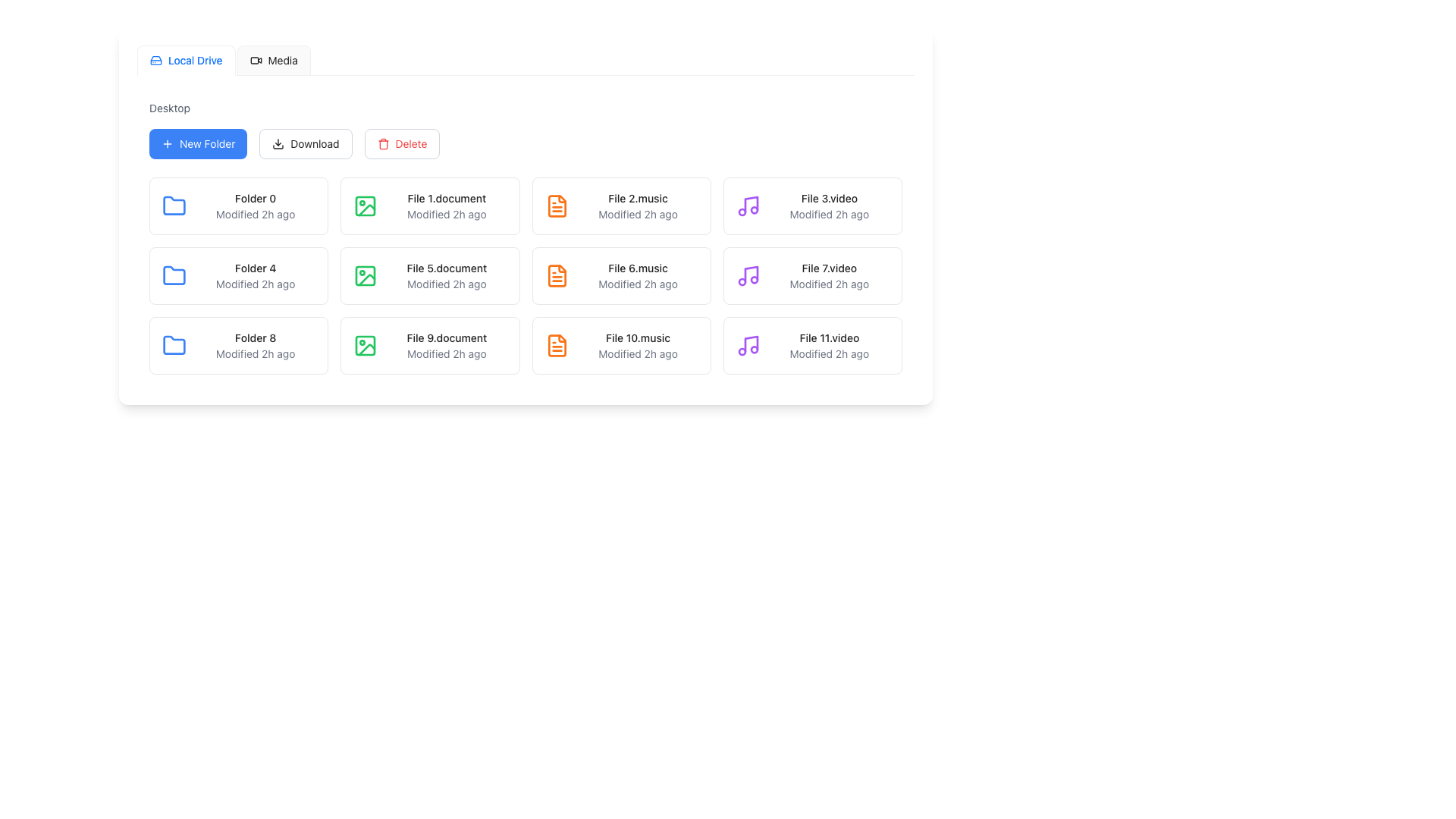  What do you see at coordinates (638, 275) in the screenshot?
I see `the Text Display element representing the file 'File 6.music' with its last modified timestamp 'Modified 2h ago'` at bounding box center [638, 275].